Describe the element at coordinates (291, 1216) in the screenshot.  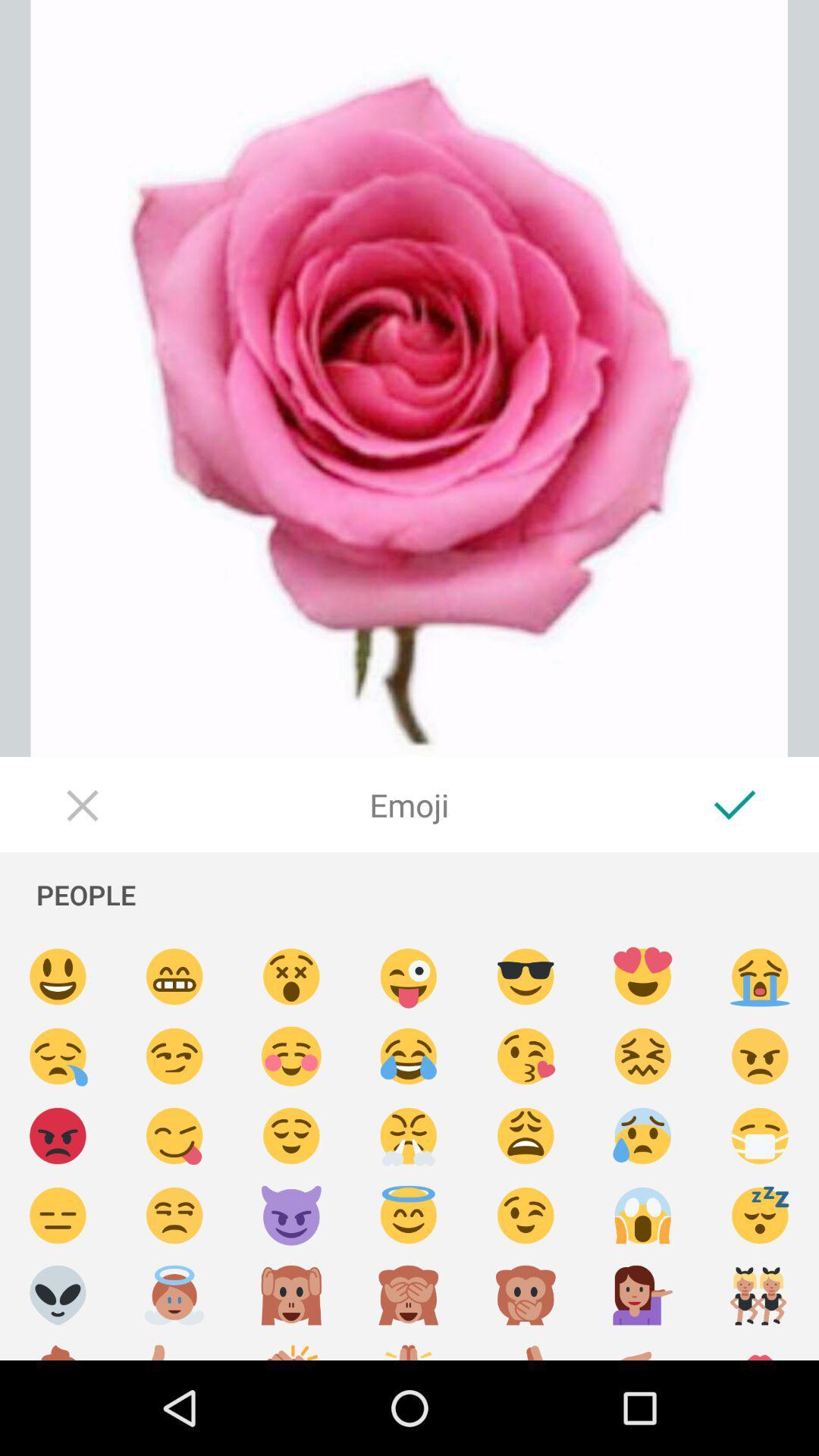
I see `emoji select option` at that location.